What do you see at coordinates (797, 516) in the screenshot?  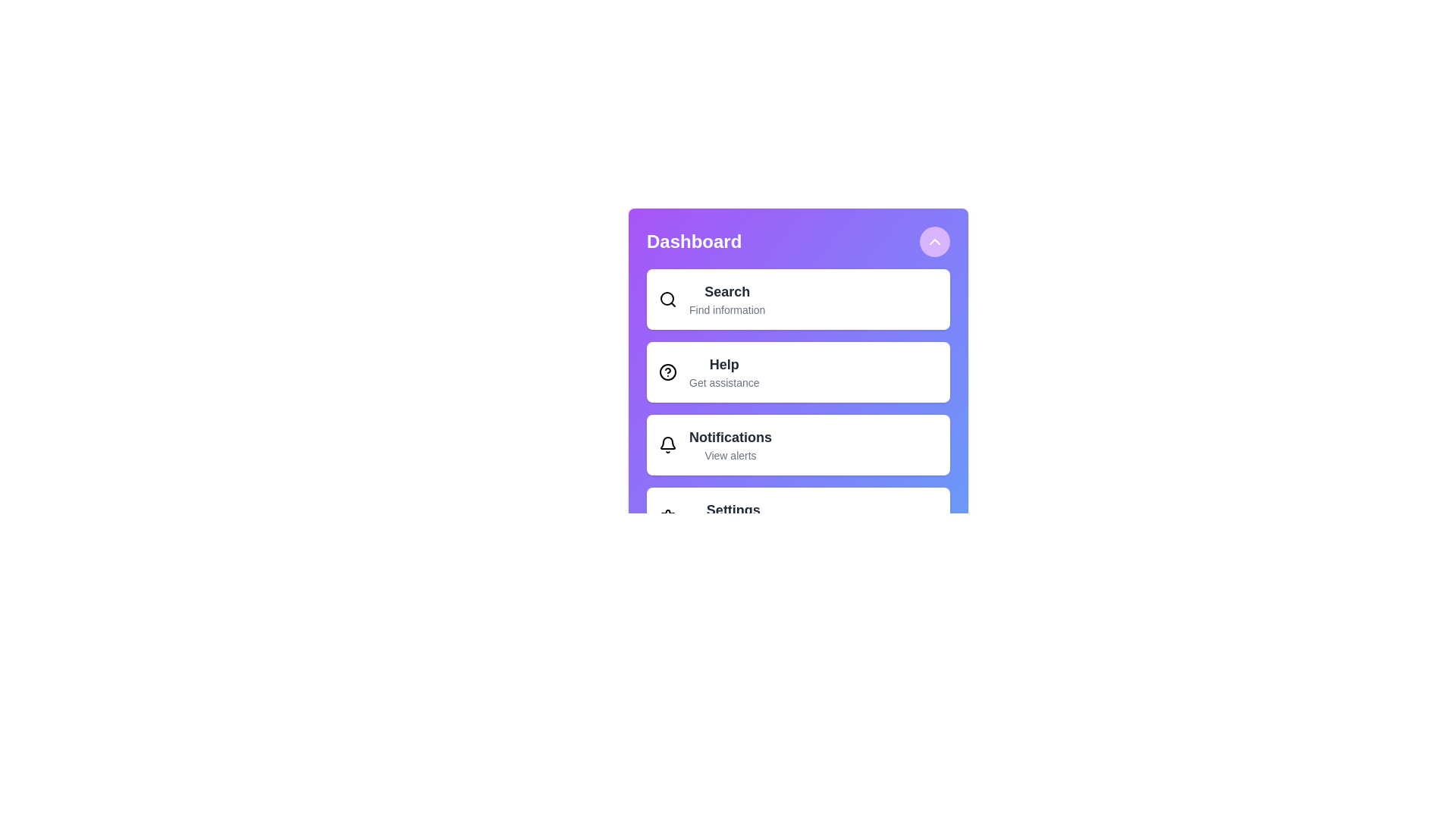 I see `the menu item labeled Settings to select it` at bounding box center [797, 516].